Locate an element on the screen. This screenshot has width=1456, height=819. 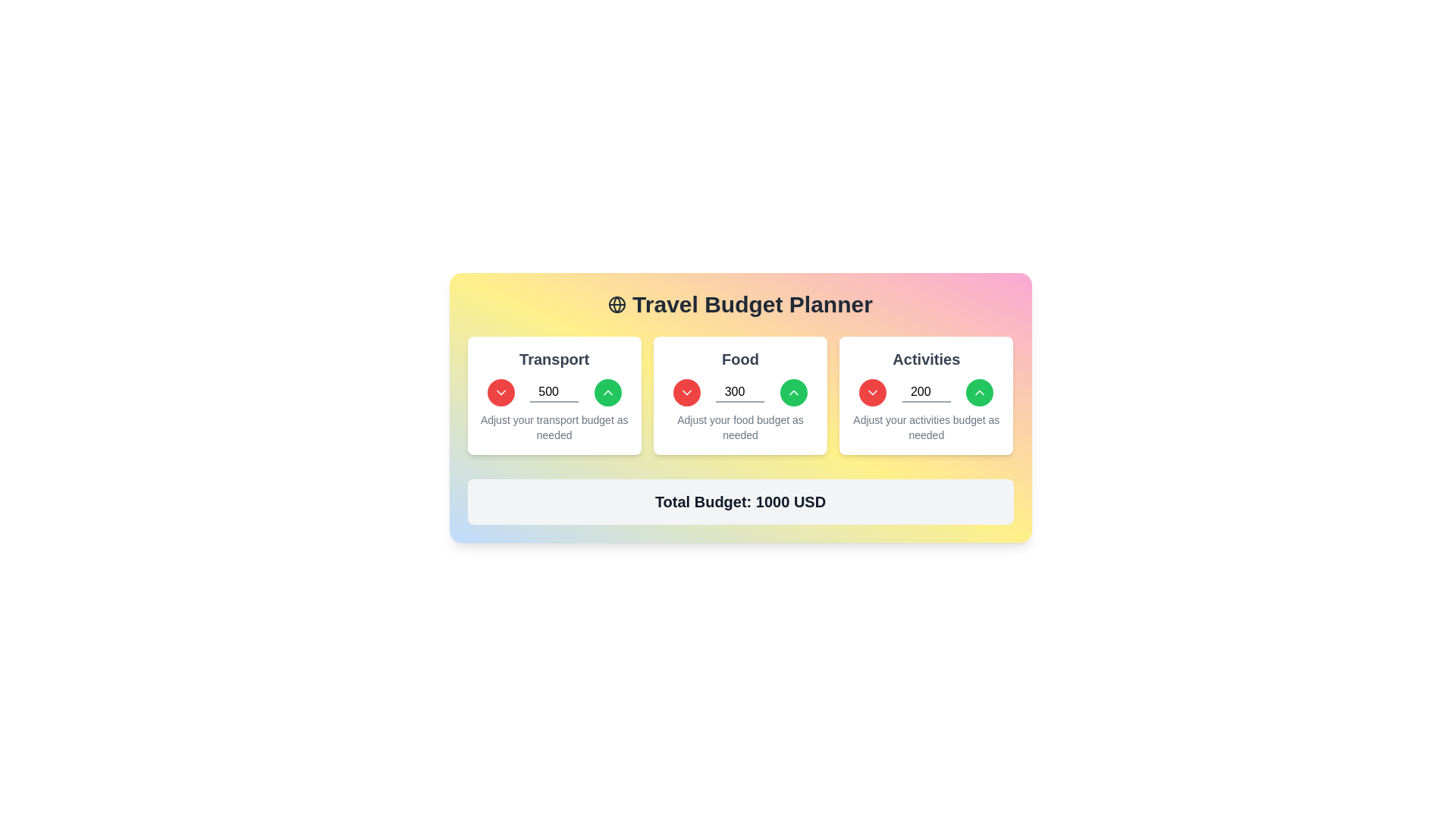
the Text and Icon Label displaying 'Travel Budget Planner' with a globe icon on a gradient background is located at coordinates (740, 304).